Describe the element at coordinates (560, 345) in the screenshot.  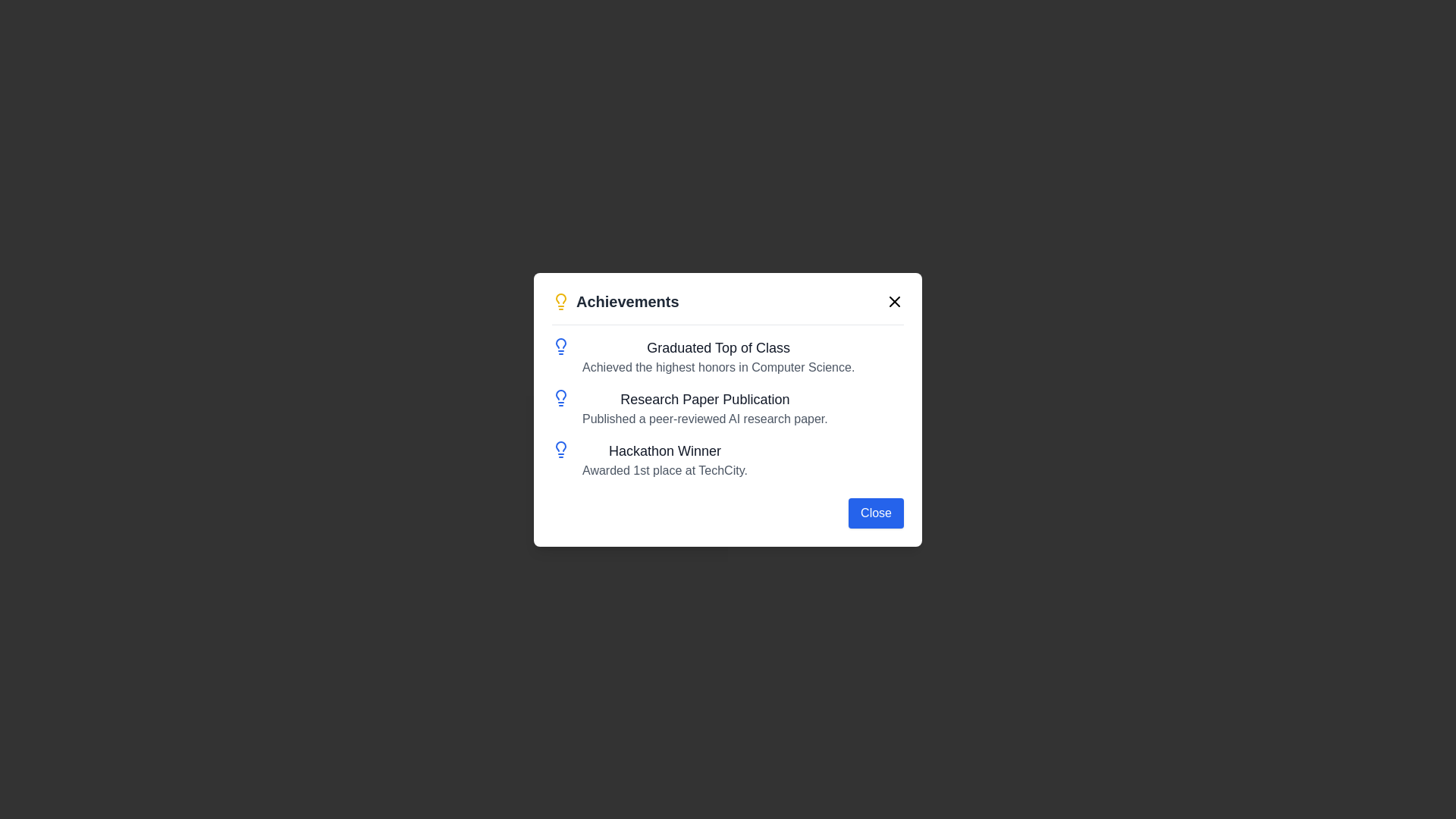
I see `the achievement icon that represents 'Graduated Top of Class' by moving the cursor to its center point` at that location.